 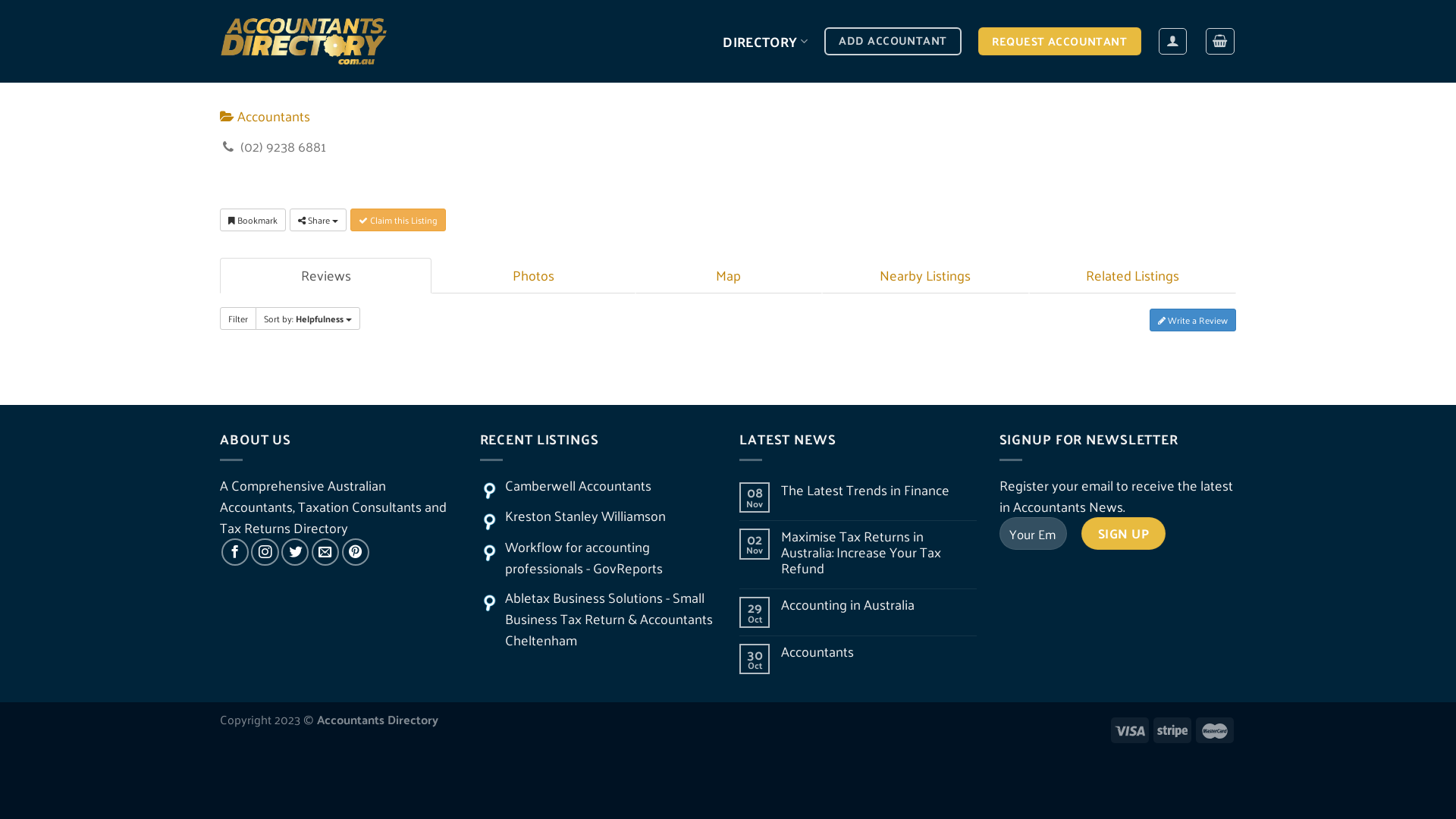 What do you see at coordinates (924, 275) in the screenshot?
I see `'Nearby Listings'` at bounding box center [924, 275].